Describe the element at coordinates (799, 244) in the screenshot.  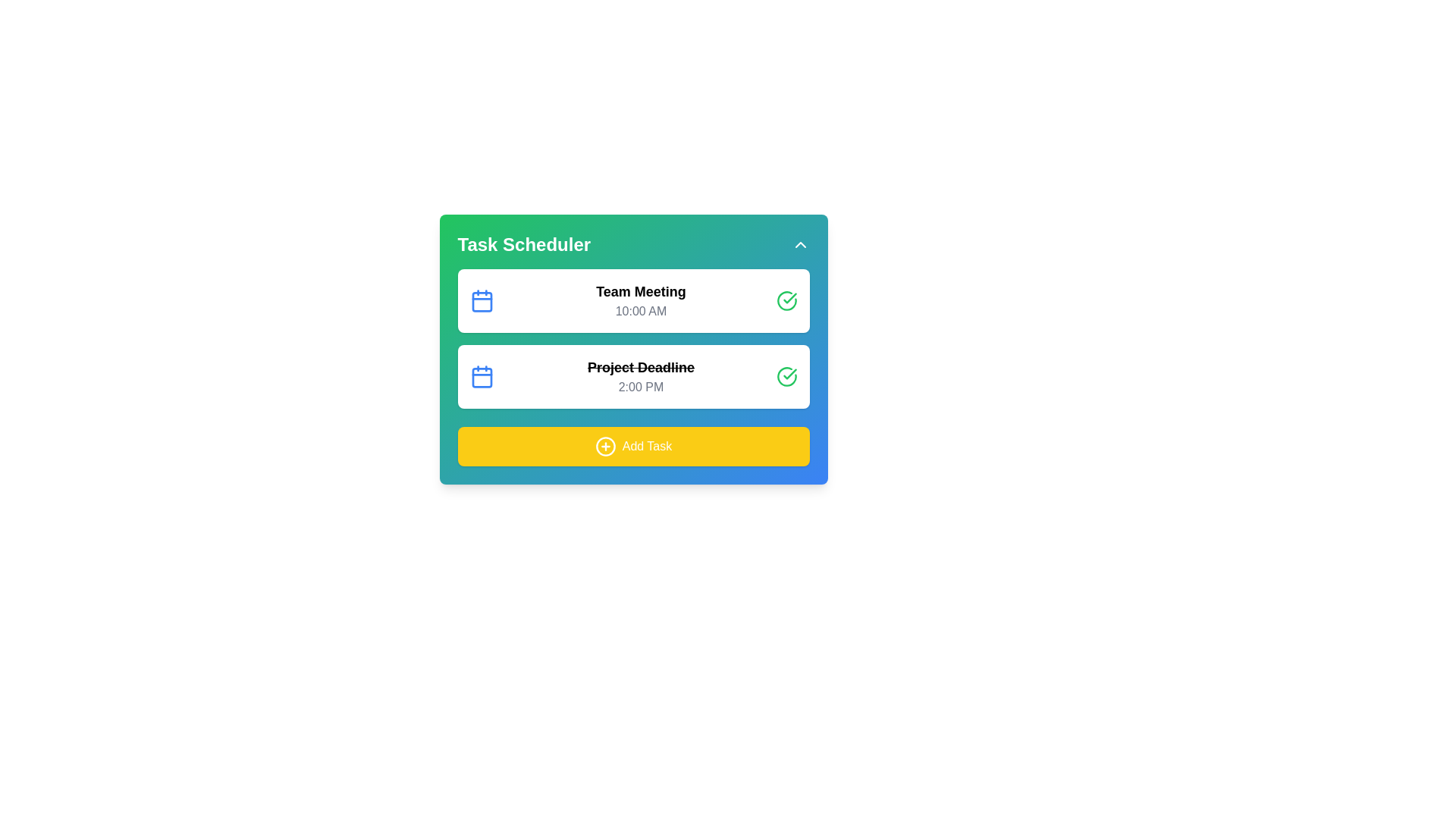
I see `the upward-pointing chevron icon button located in the top-right corner of the 'Task Scheduler' pane` at that location.